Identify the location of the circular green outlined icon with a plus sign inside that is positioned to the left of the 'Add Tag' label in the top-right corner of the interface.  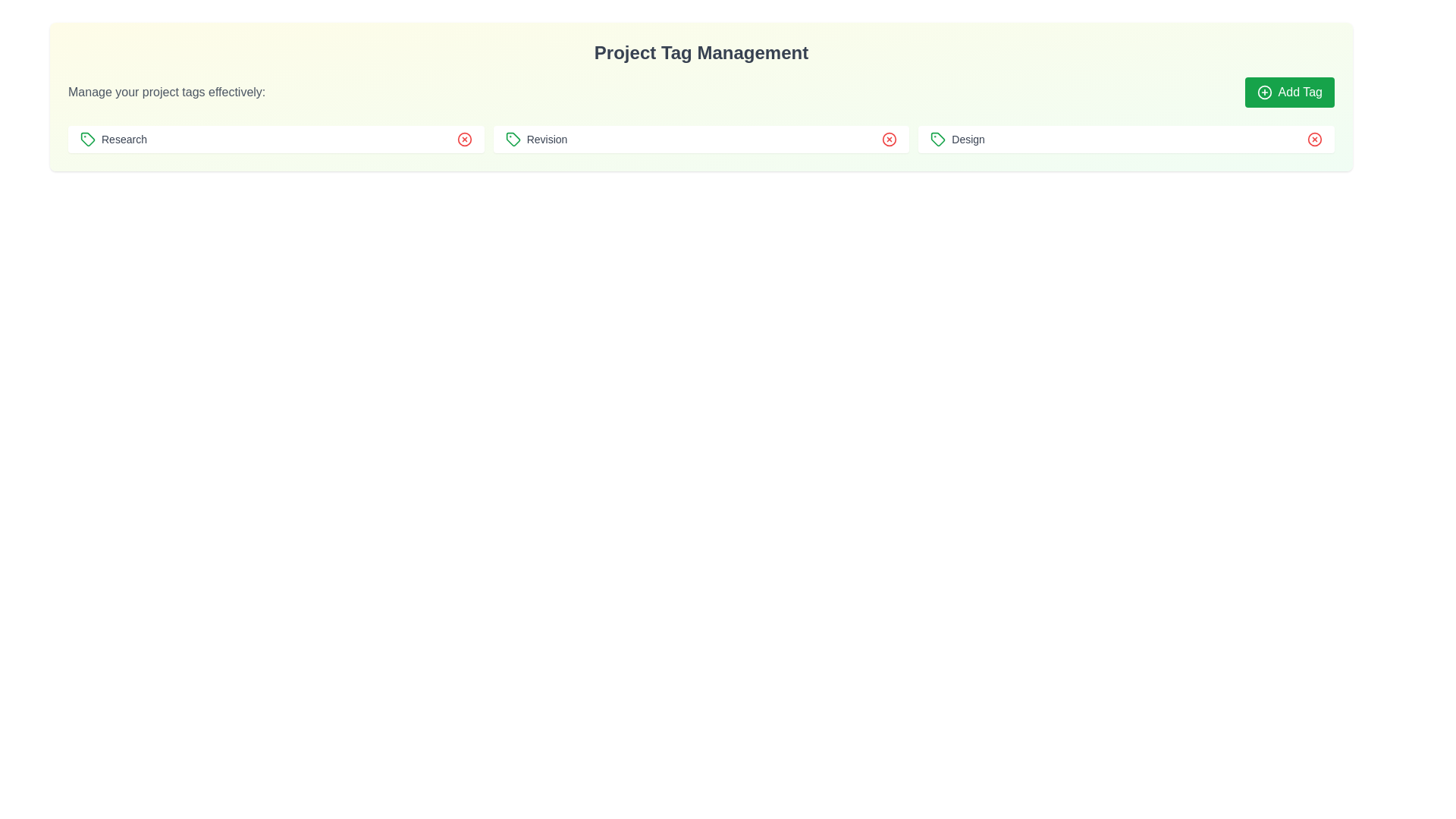
(1264, 93).